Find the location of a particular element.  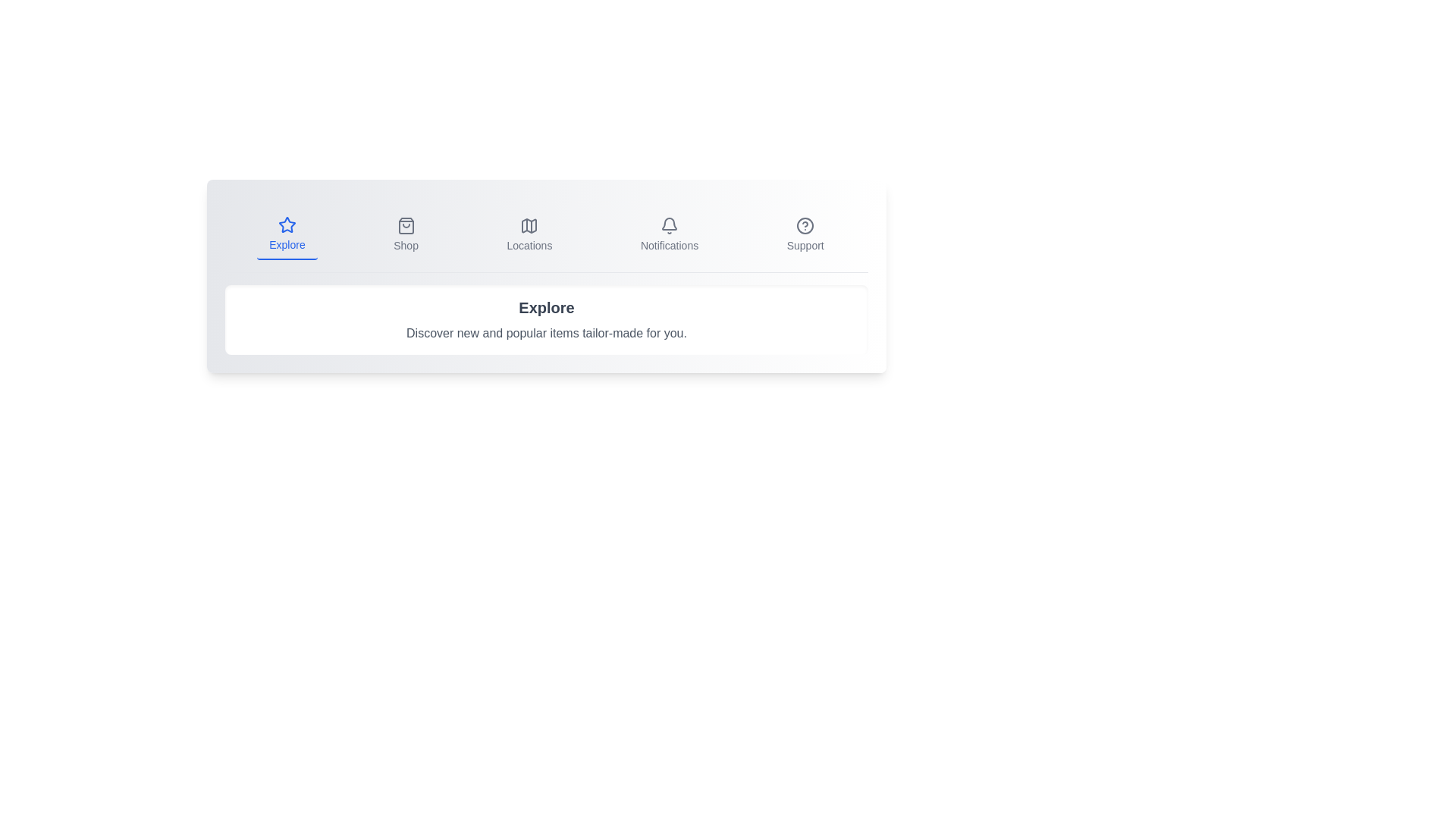

the 'Explore' button, which features a blue star-shaped icon and the text 'Explore' below it is located at coordinates (287, 234).